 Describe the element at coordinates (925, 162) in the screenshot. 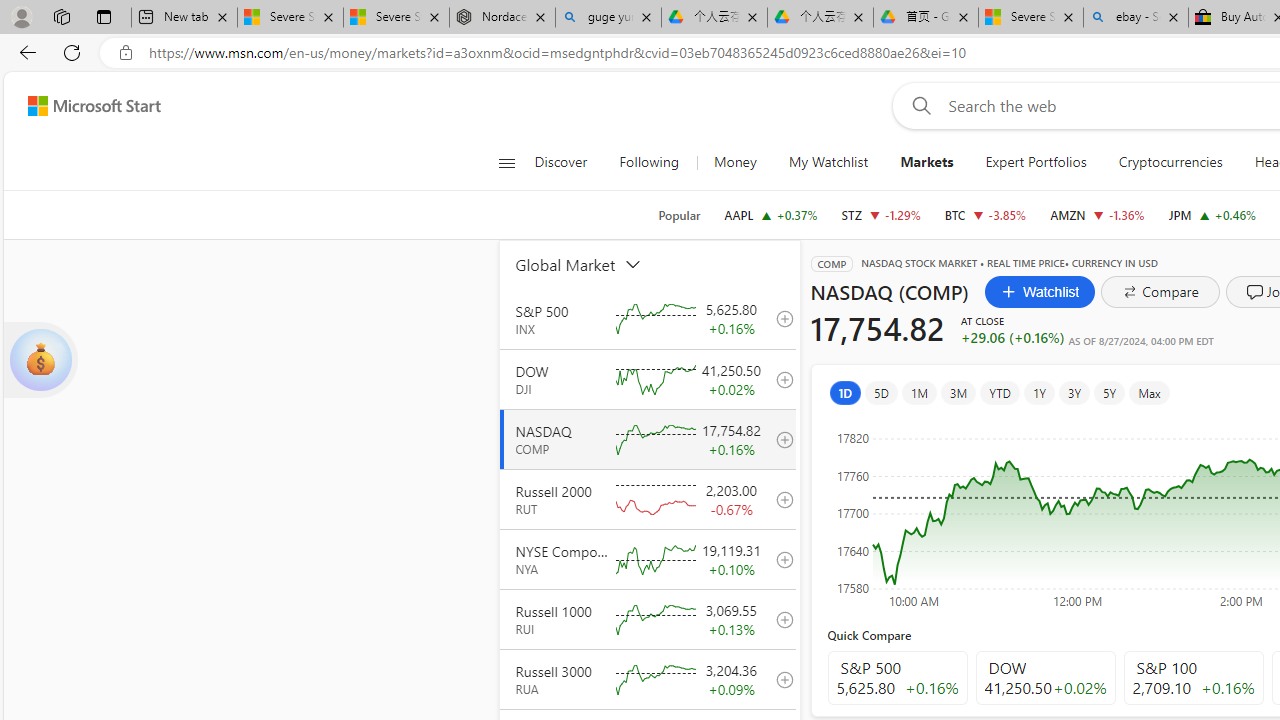

I see `'Markets'` at that location.